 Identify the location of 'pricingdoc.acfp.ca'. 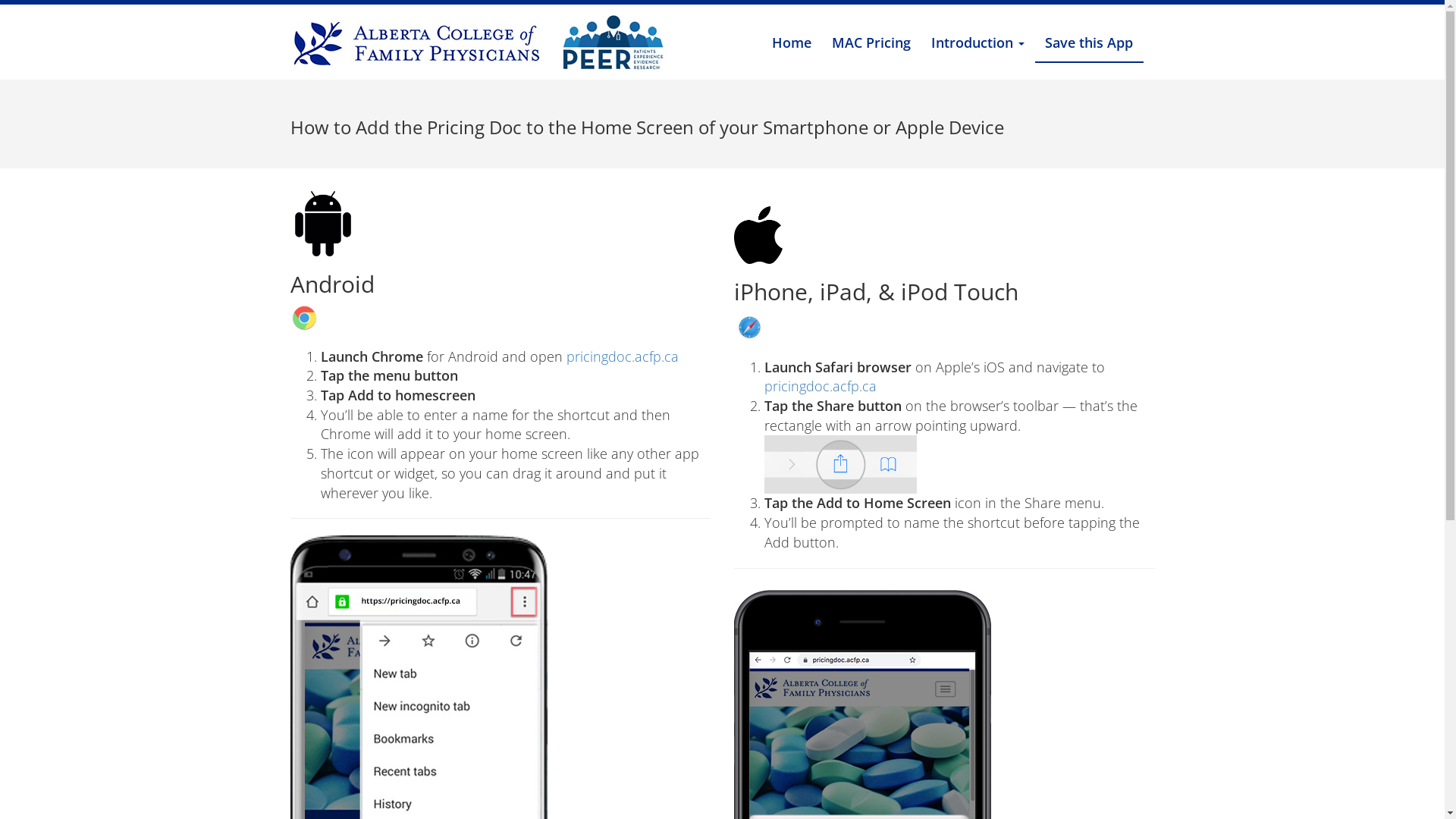
(622, 356).